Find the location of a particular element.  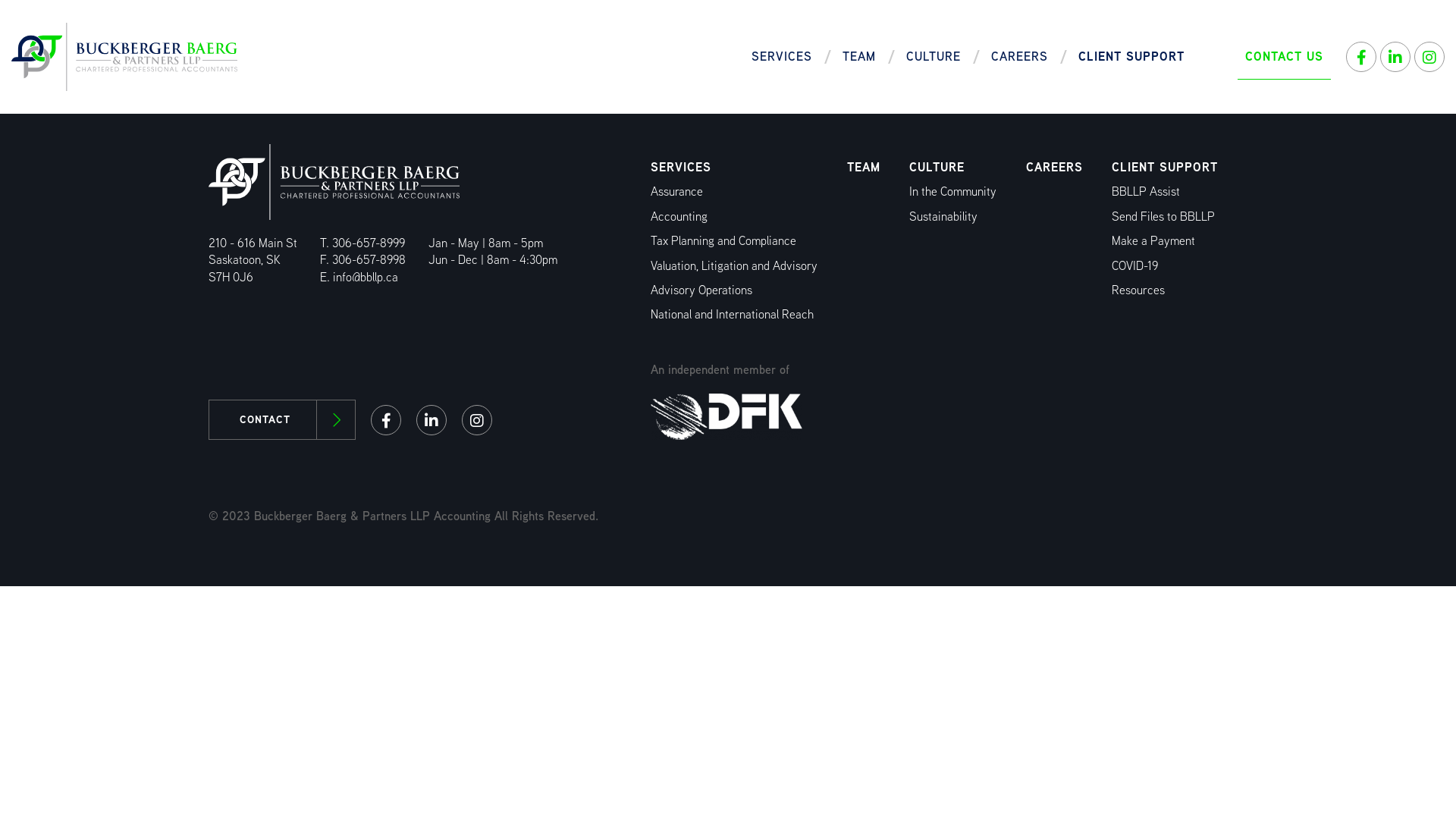

'Valuation, Litigation and Advisory' is located at coordinates (734, 265).